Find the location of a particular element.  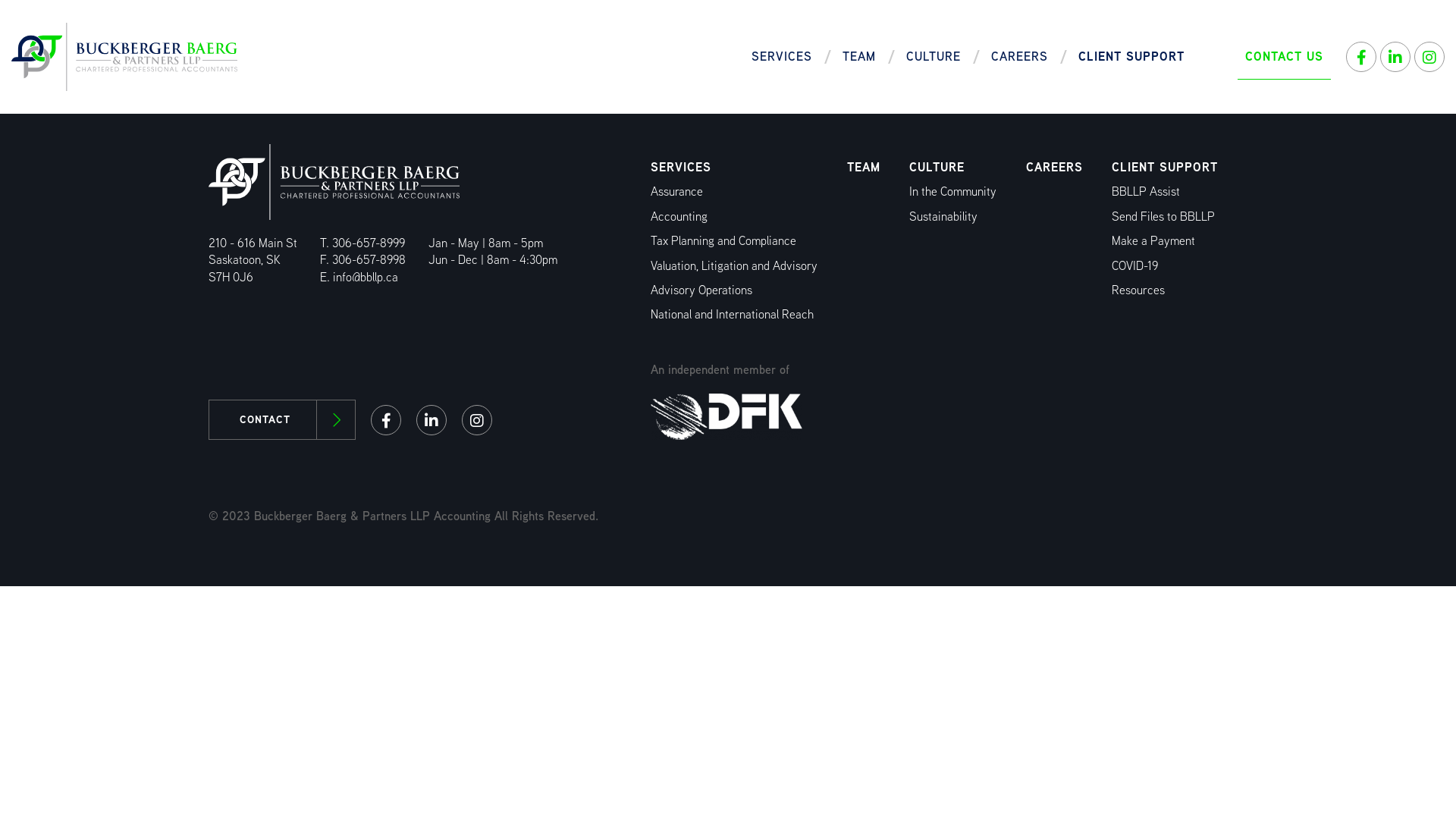

'Valuation, Litigation and Advisory' is located at coordinates (734, 265).